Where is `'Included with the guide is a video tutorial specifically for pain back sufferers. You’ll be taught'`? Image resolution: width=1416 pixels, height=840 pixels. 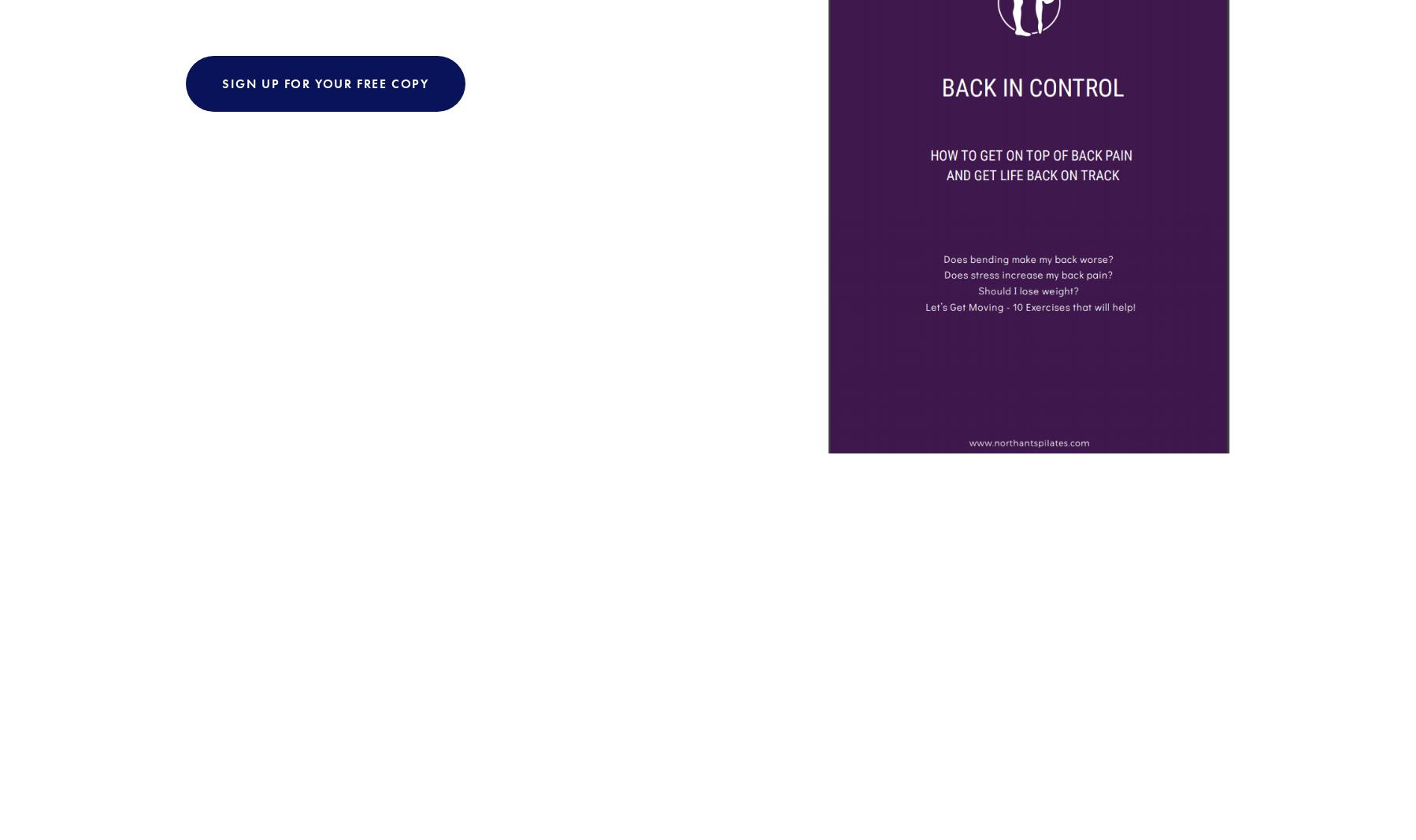 'Included with the guide is a video tutorial specifically for pain back sufferers. You’ll be taught' is located at coordinates (477, 384).